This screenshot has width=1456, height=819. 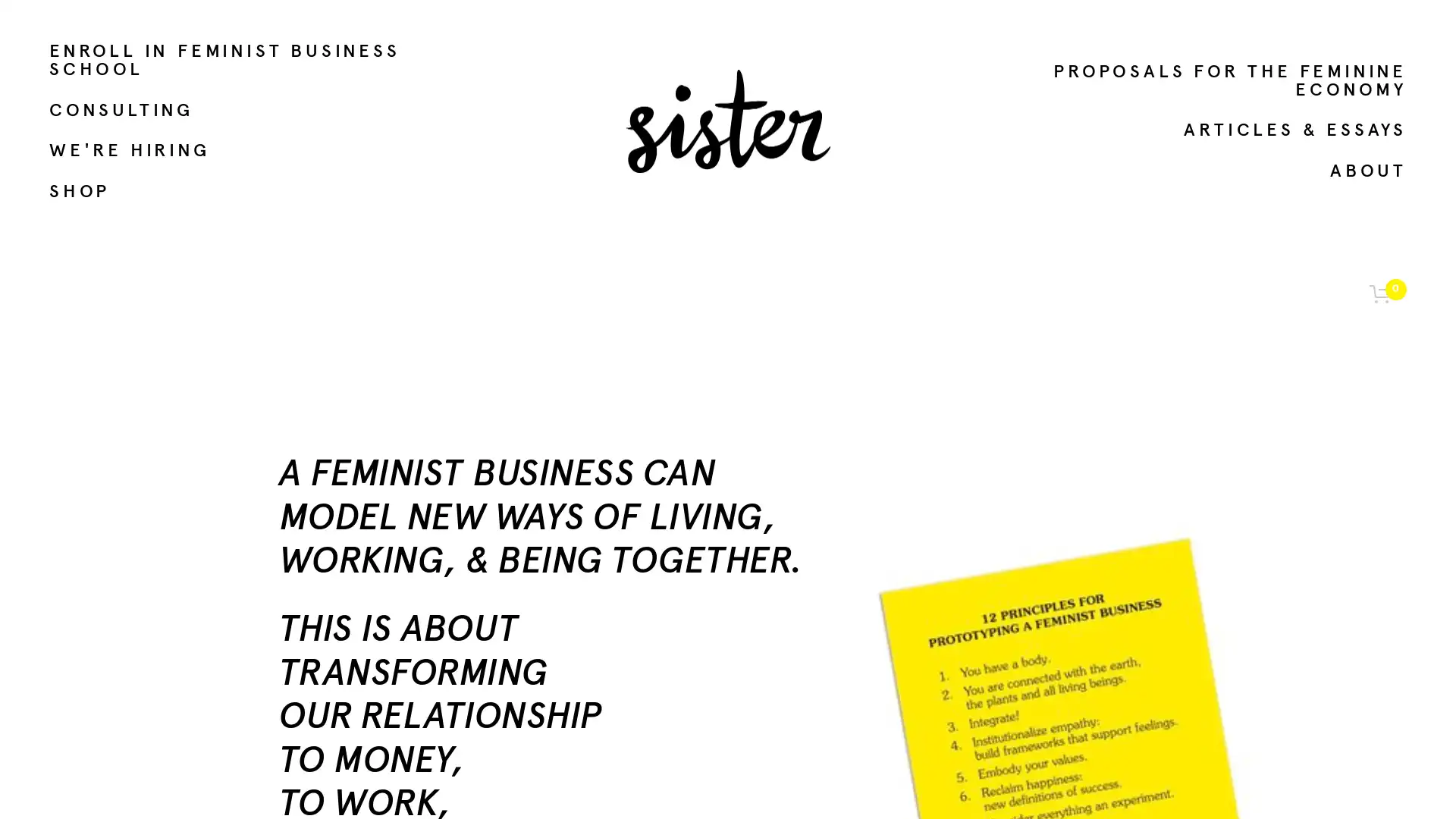 What do you see at coordinates (1379, 387) in the screenshot?
I see `Close` at bounding box center [1379, 387].